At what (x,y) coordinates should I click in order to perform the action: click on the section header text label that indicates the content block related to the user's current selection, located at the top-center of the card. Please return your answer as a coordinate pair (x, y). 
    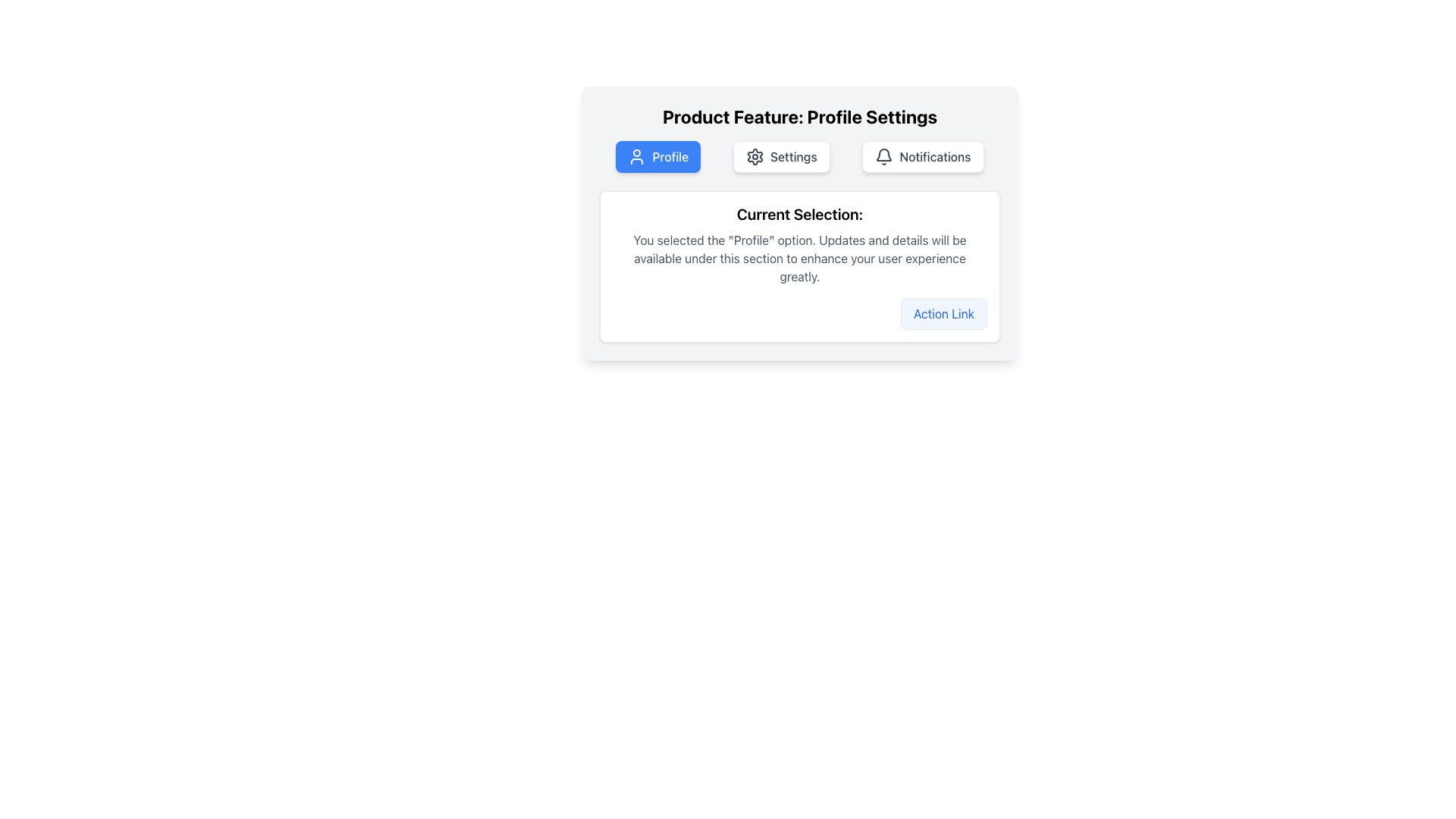
    Looking at the image, I should click on (799, 214).